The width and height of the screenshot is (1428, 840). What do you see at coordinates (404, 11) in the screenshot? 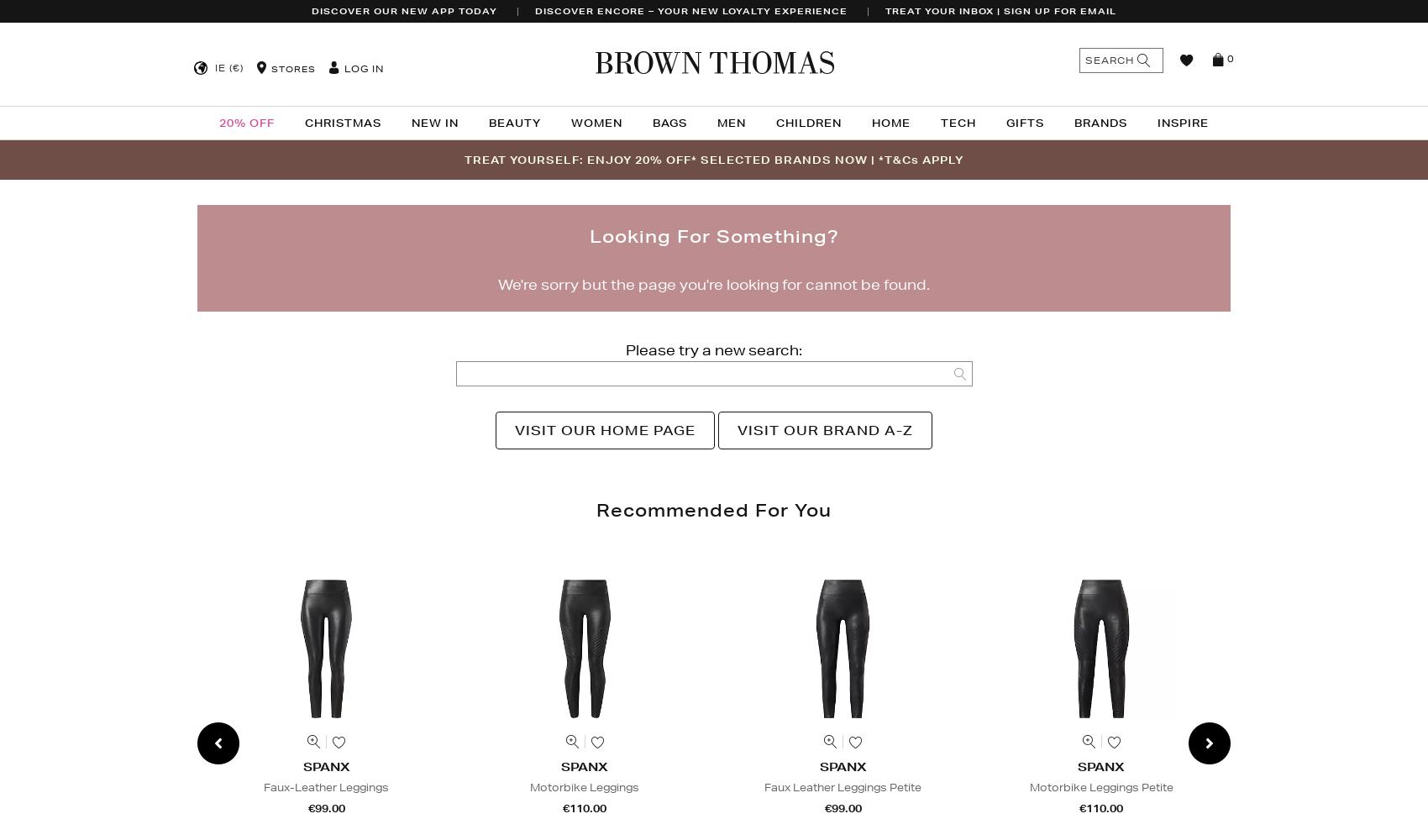
I see `'DISCOVER OUR NEW APP TODAY'` at bounding box center [404, 11].